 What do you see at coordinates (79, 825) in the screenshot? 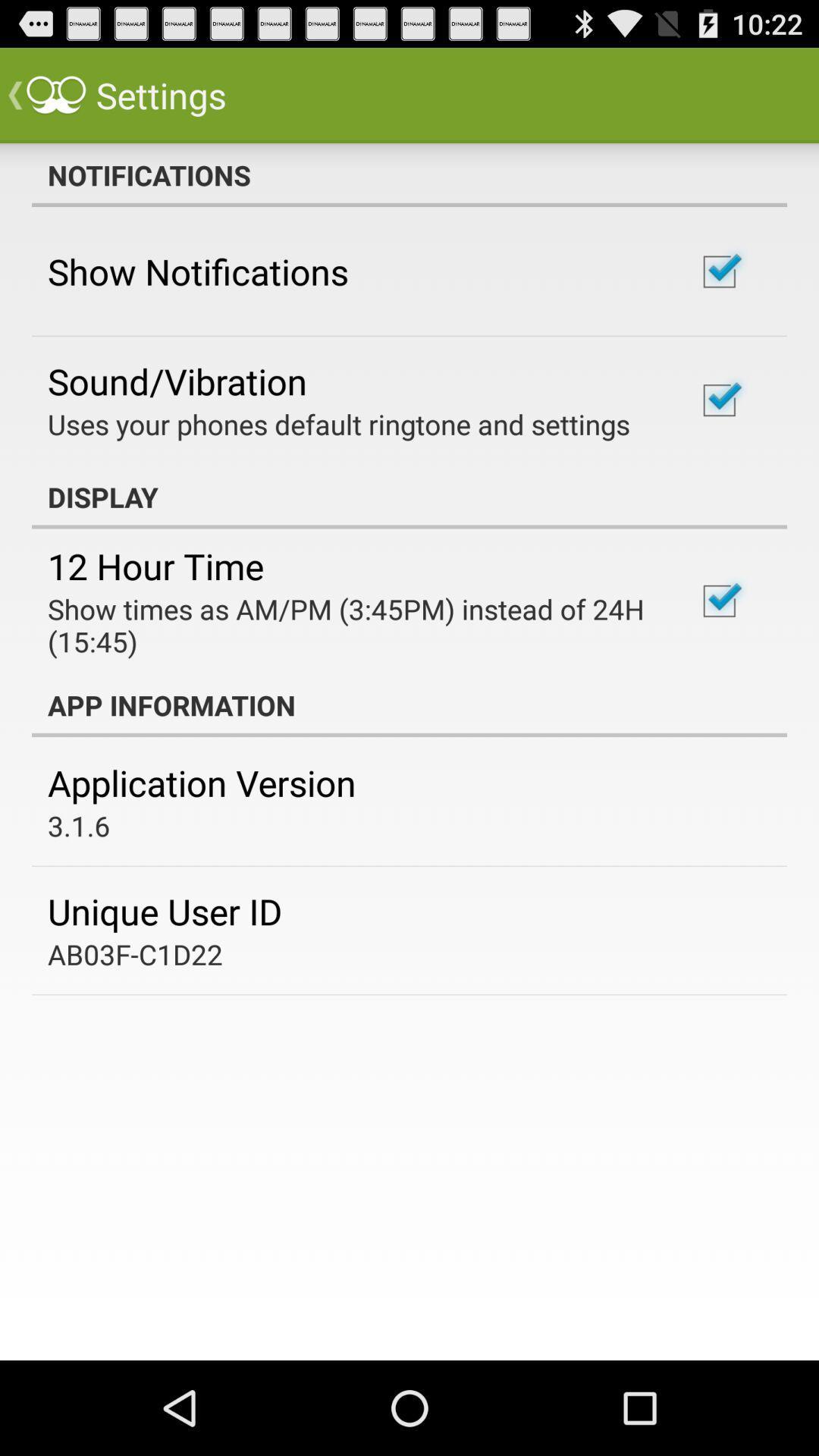
I see `the app above the unique user id` at bounding box center [79, 825].